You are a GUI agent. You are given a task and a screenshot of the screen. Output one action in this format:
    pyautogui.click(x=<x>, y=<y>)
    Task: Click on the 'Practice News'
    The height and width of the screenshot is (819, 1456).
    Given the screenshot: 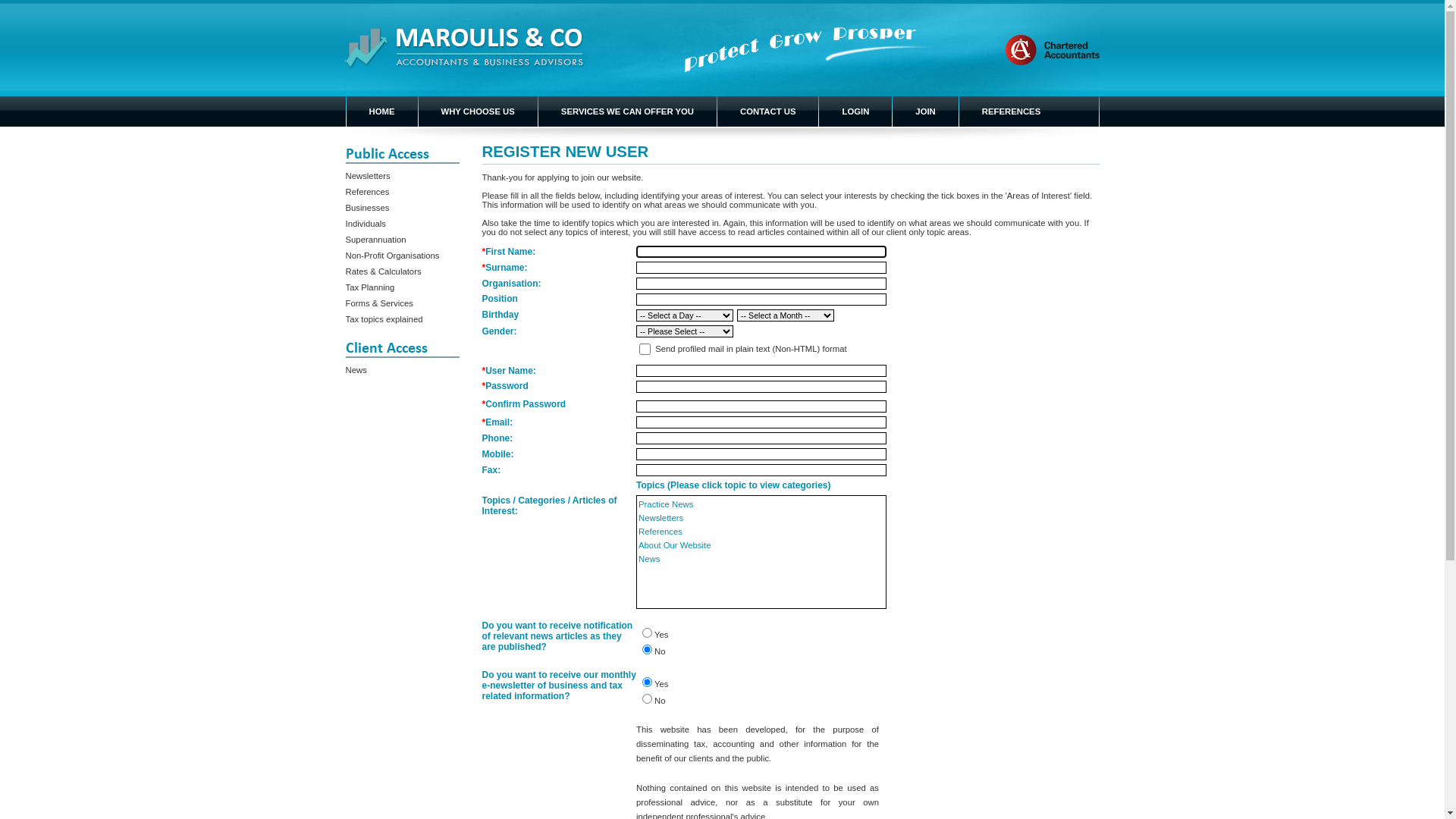 What is the action you would take?
    pyautogui.click(x=638, y=504)
    